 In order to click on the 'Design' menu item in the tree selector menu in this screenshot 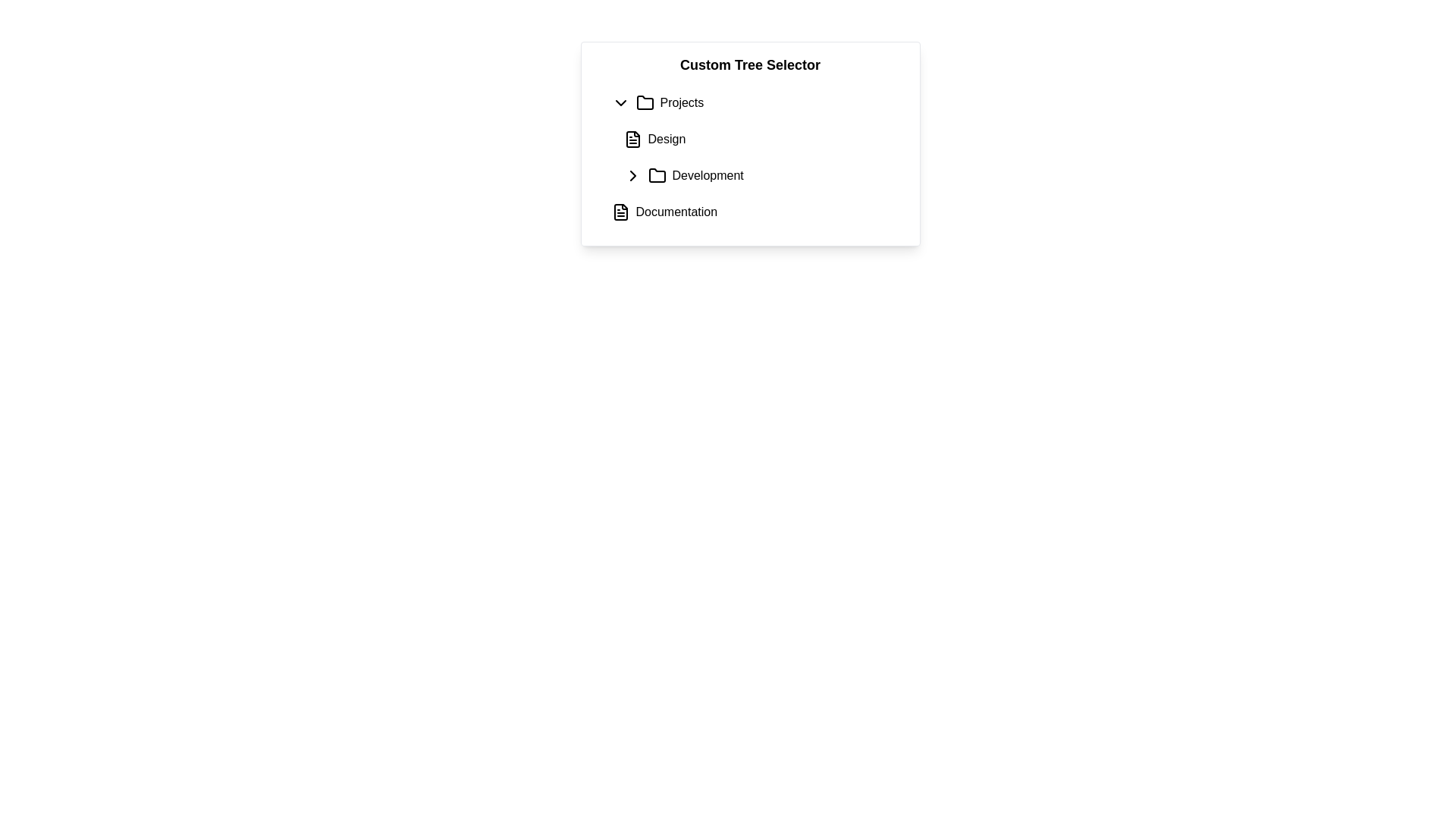, I will do `click(666, 140)`.